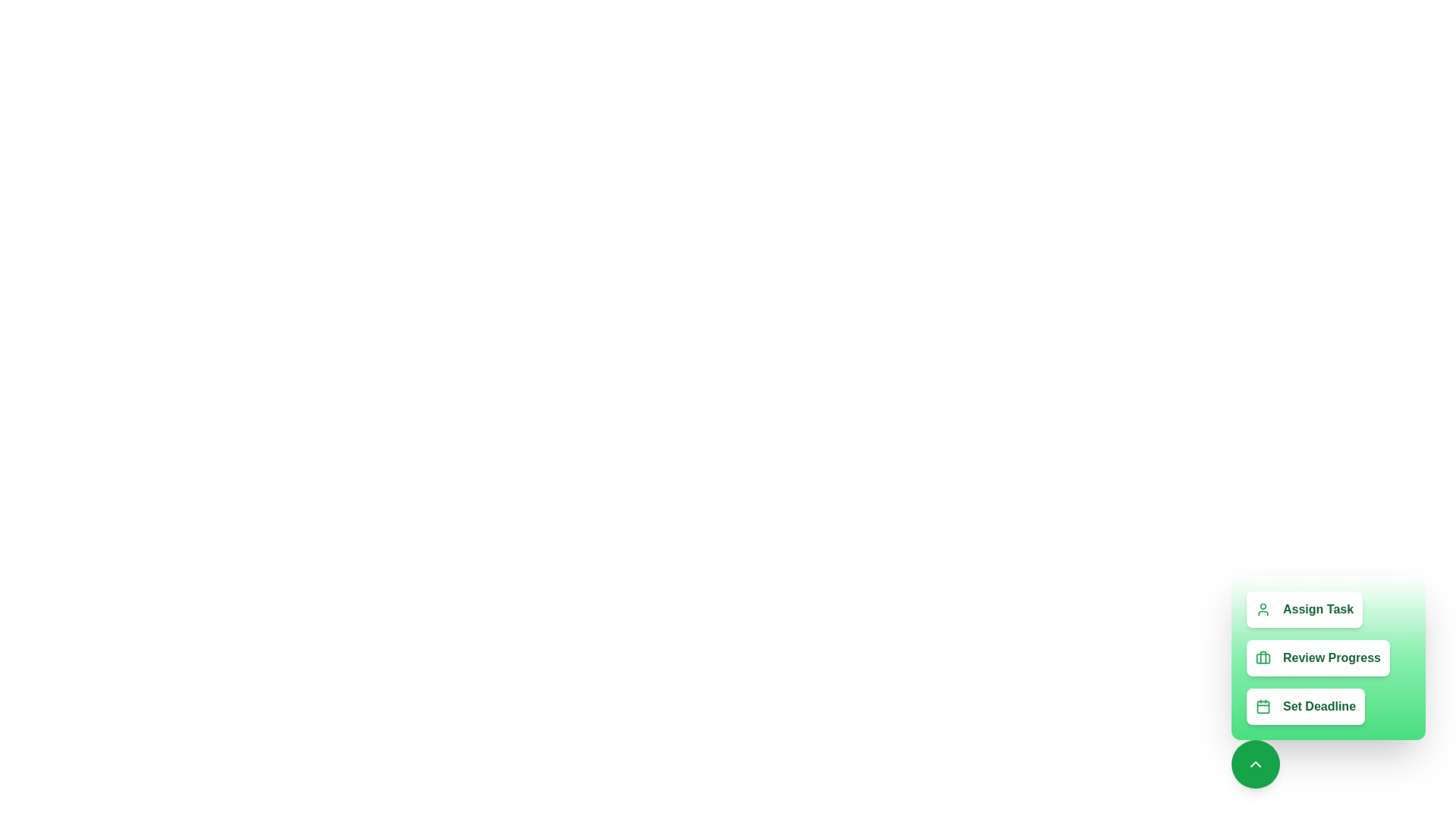 This screenshot has height=819, width=1456. Describe the element at coordinates (1304, 608) in the screenshot. I see `the button to execute the task action Assign Task` at that location.